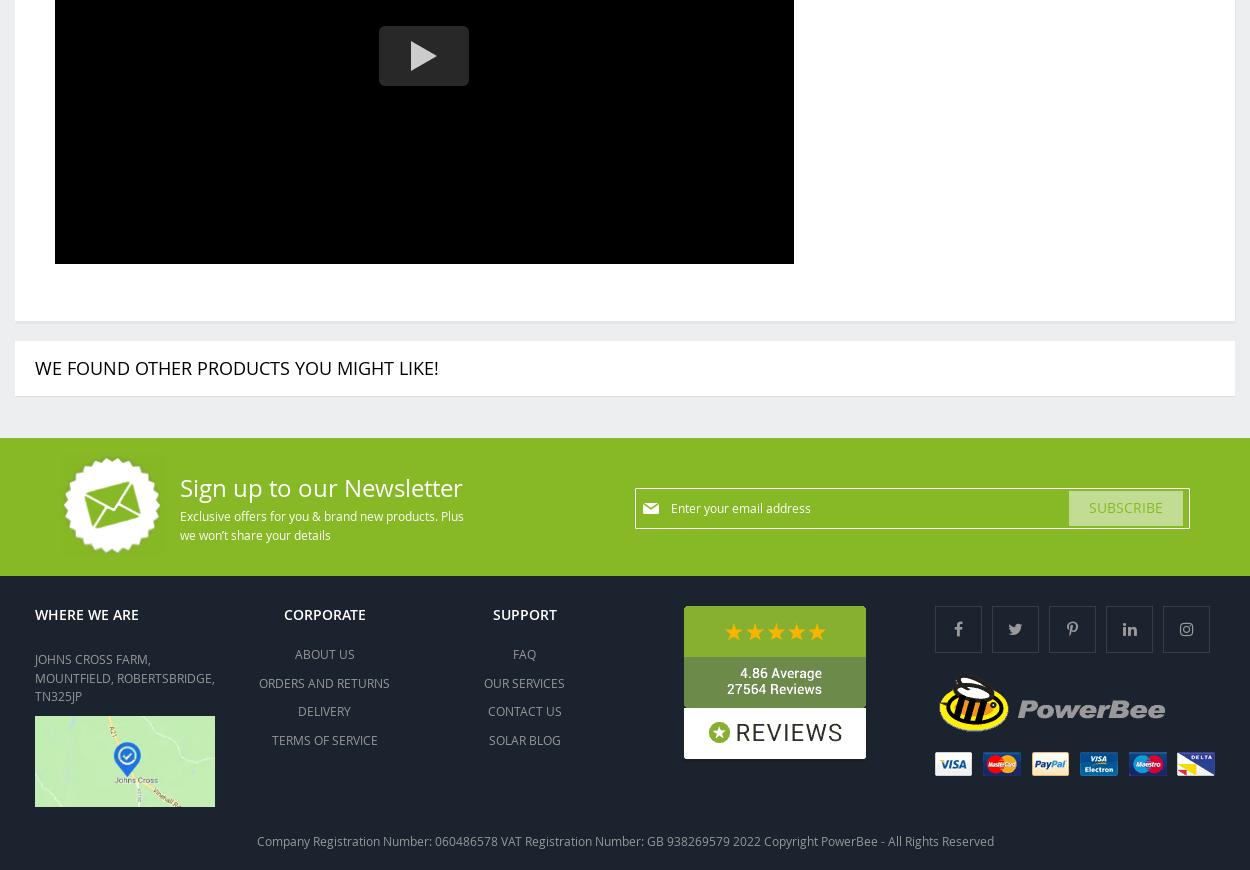 Image resolution: width=1250 pixels, height=870 pixels. Describe the element at coordinates (623, 839) in the screenshot. I see `'Company Registration Number: 060486578 VAT Registration Number: GB 938269579 2022 Copyright PowerBee - All Rights Reserved'` at that location.